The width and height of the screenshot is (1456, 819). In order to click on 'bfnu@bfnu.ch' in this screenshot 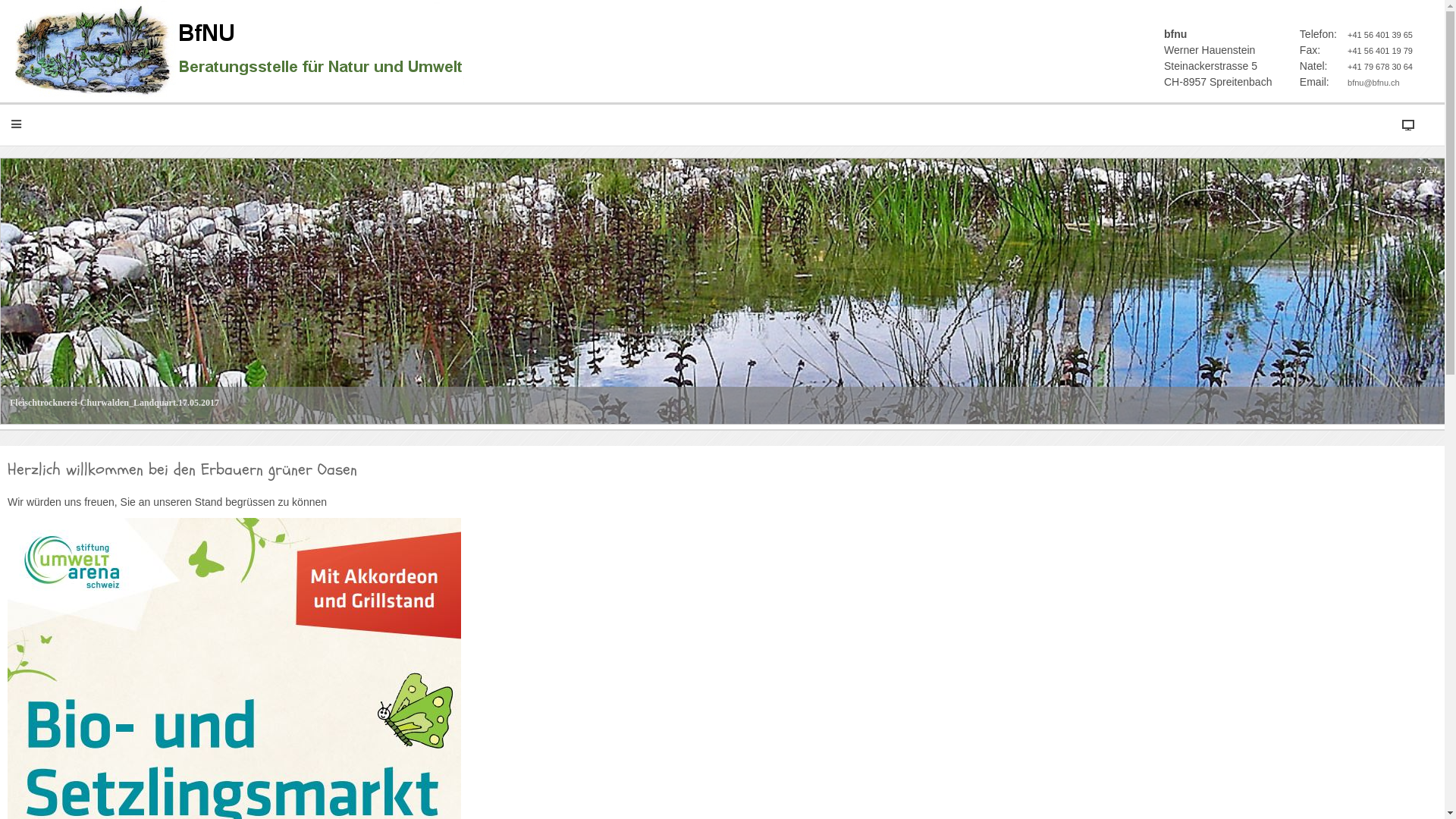, I will do `click(1347, 82)`.